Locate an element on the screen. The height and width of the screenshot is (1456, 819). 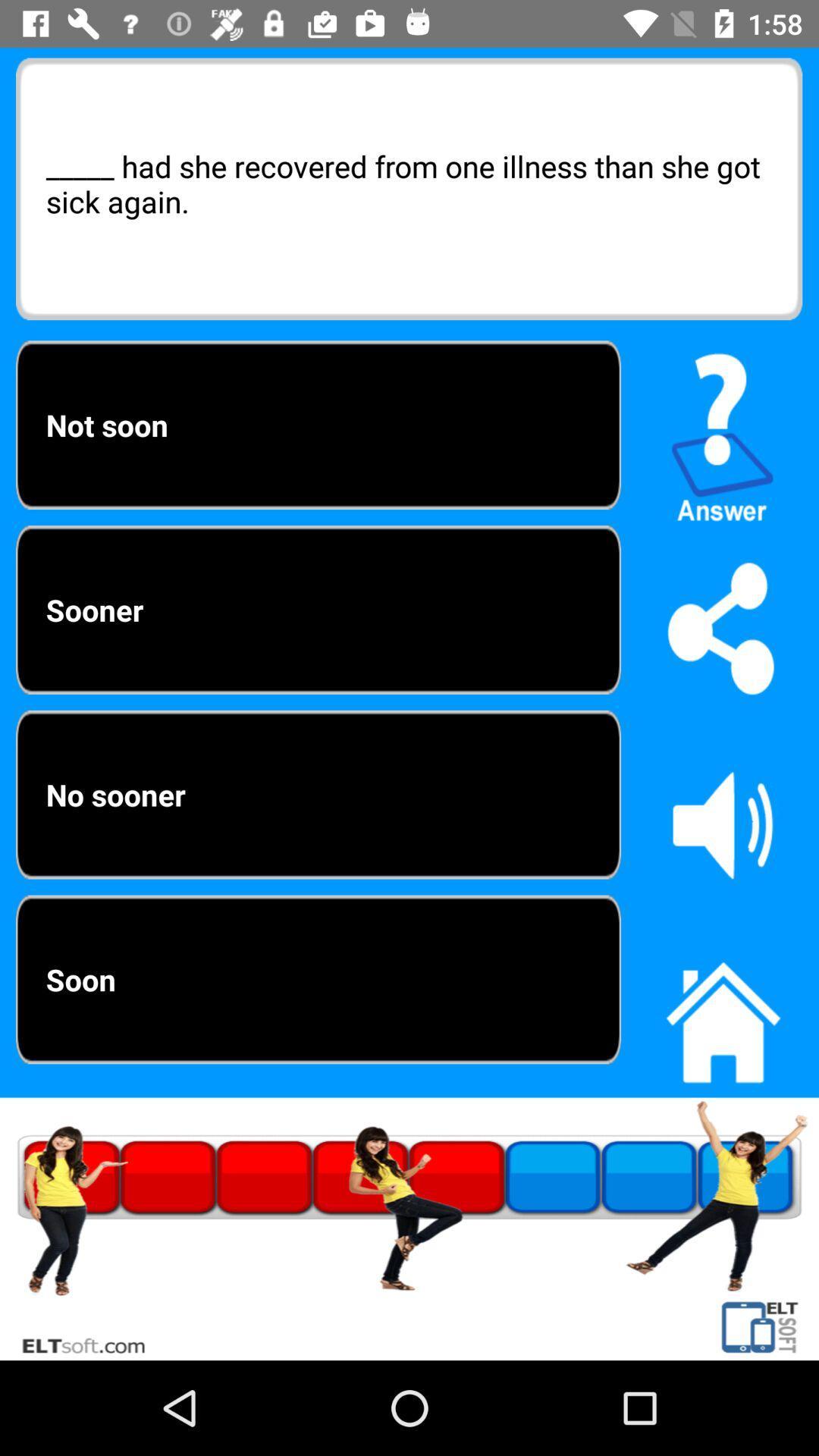
share button is located at coordinates (722, 627).